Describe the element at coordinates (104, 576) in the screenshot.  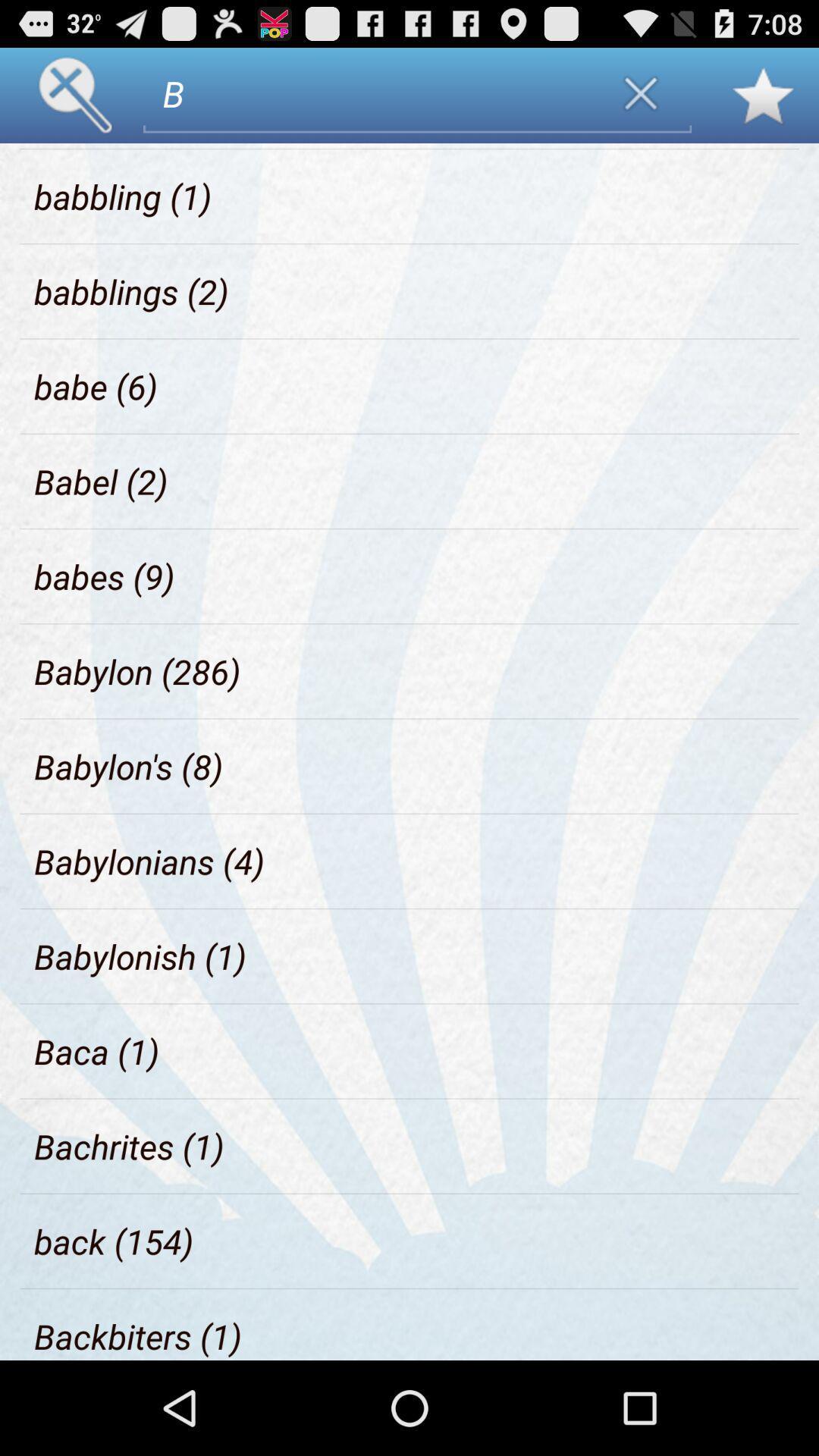
I see `babes (9) app` at that location.